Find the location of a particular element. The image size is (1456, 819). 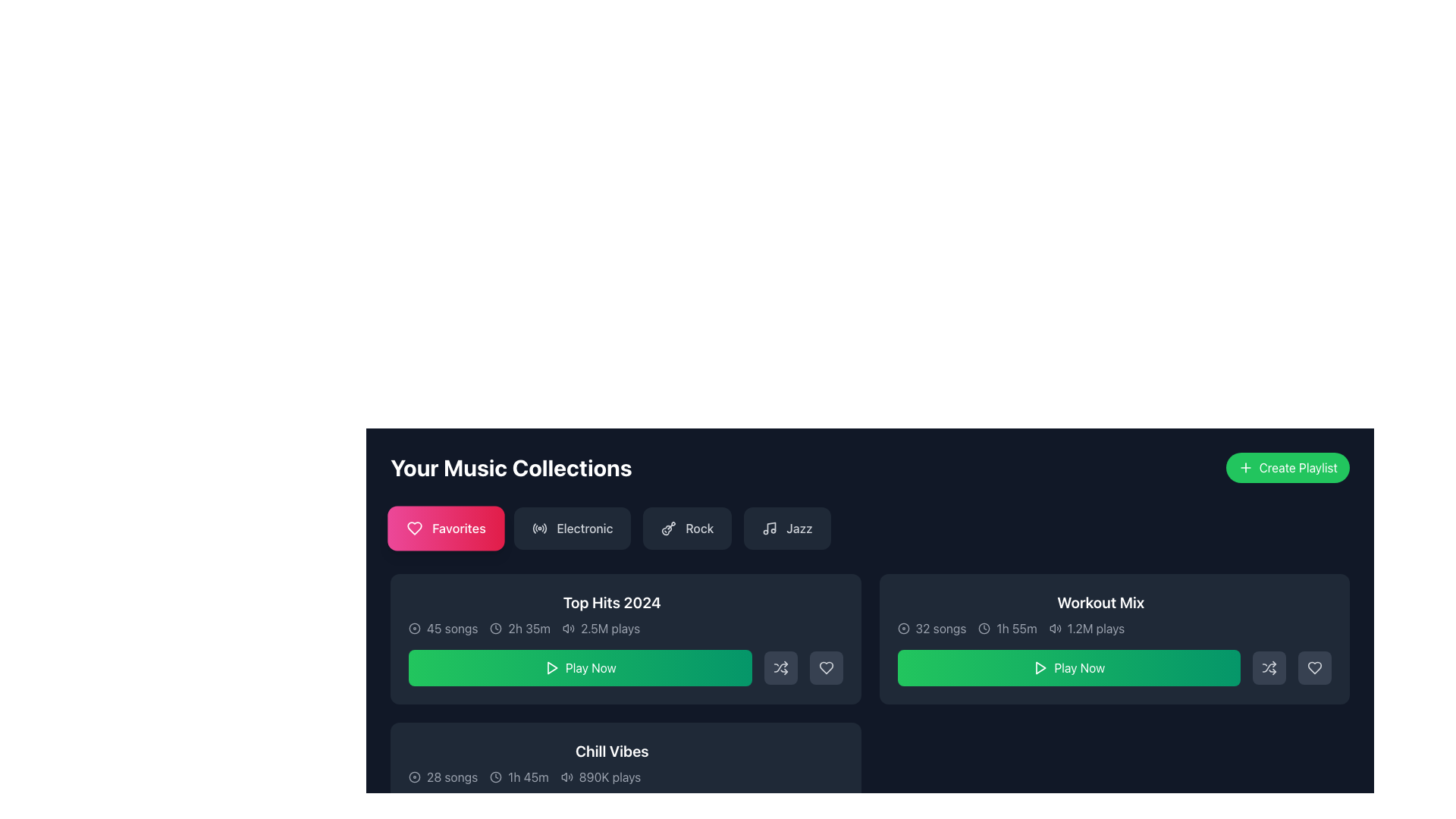

the third button in the rightmost set of controls of the 'Top Hits 2024' card in the 'Your Music Collections' section to mark the associated collection as liked is located at coordinates (825, 667).